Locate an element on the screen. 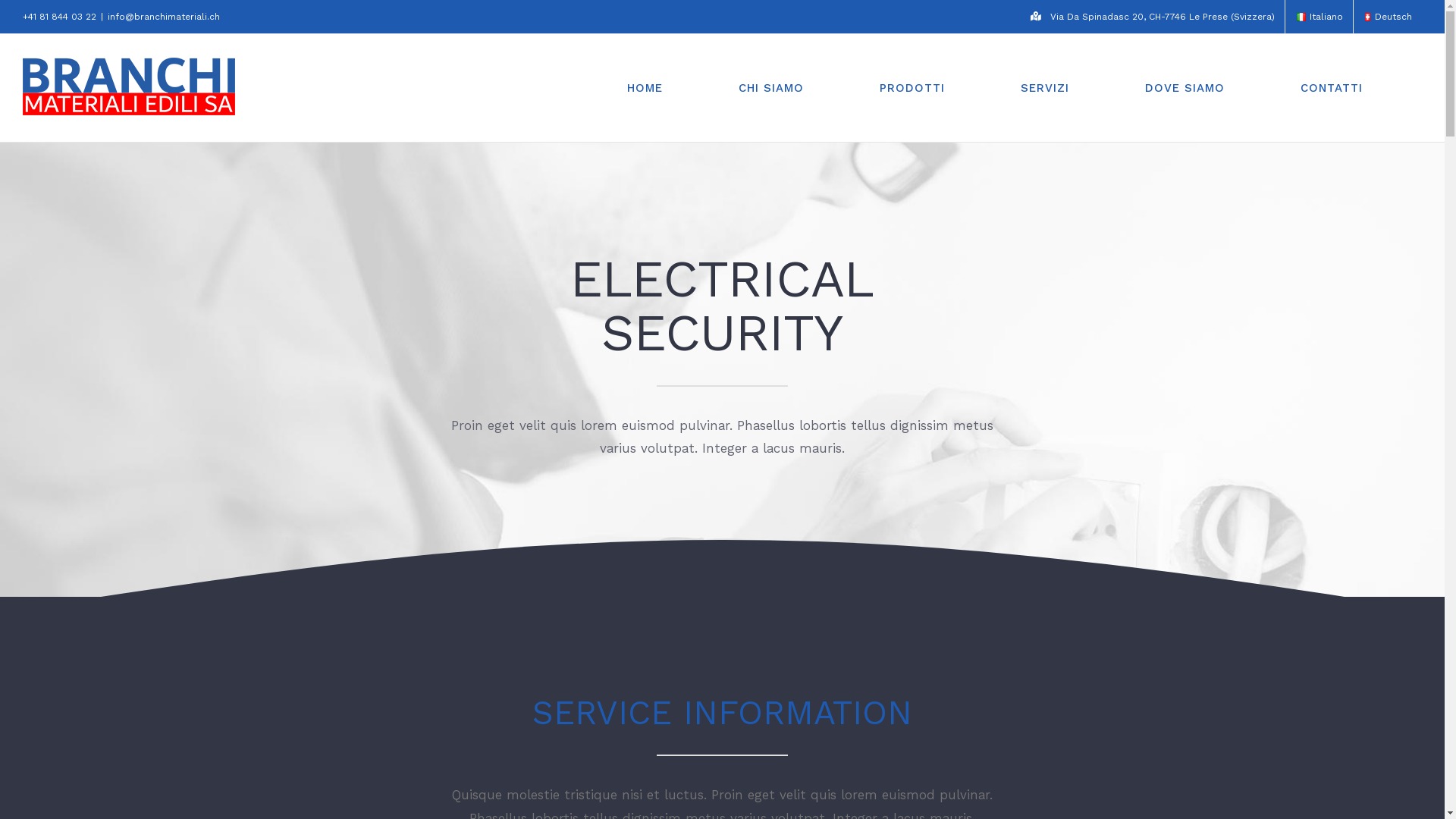 This screenshot has width=1456, height=819. 'CONTATTI' is located at coordinates (1331, 87).